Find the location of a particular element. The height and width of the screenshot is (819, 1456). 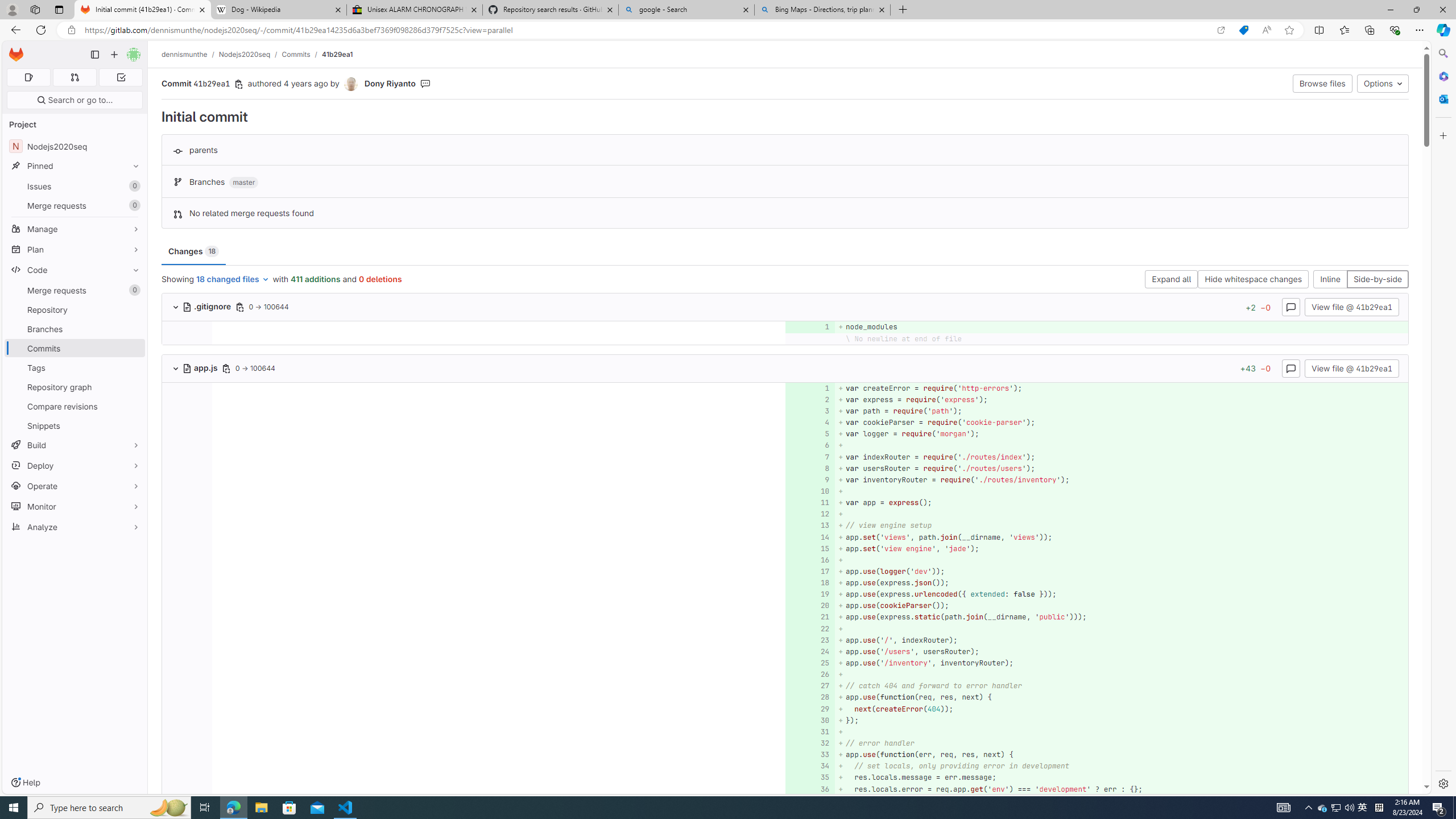

'Add a comment to this line 18' is located at coordinates (809, 583).